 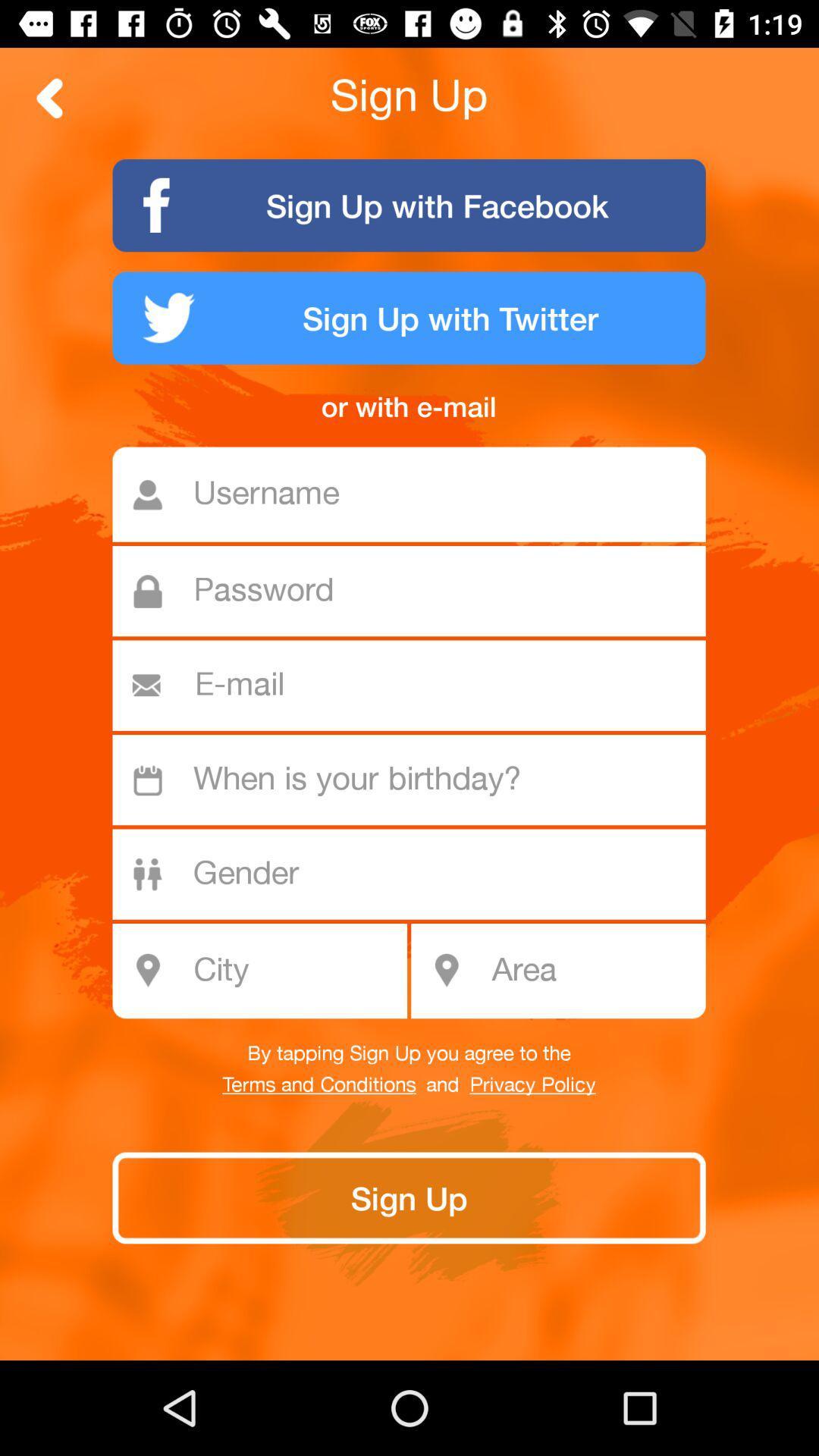 What do you see at coordinates (593, 971) in the screenshot?
I see `area` at bounding box center [593, 971].